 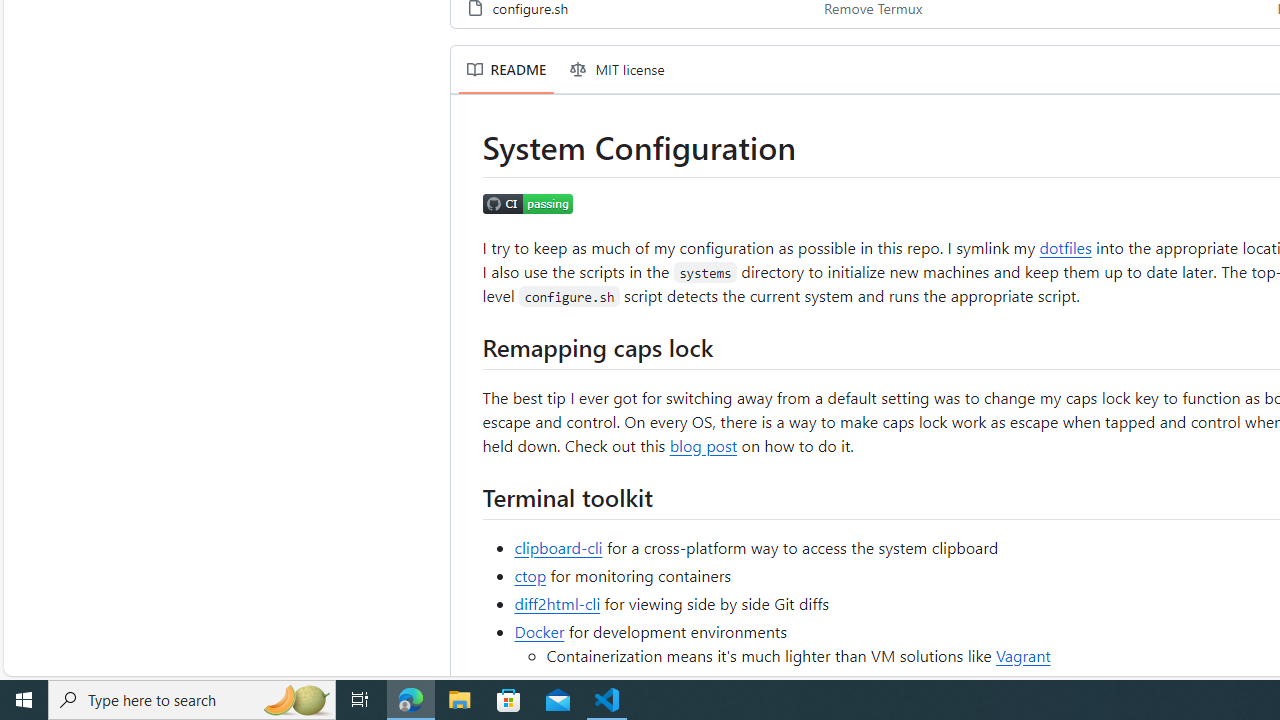 I want to click on 'diff2html-cli', so click(x=558, y=602).